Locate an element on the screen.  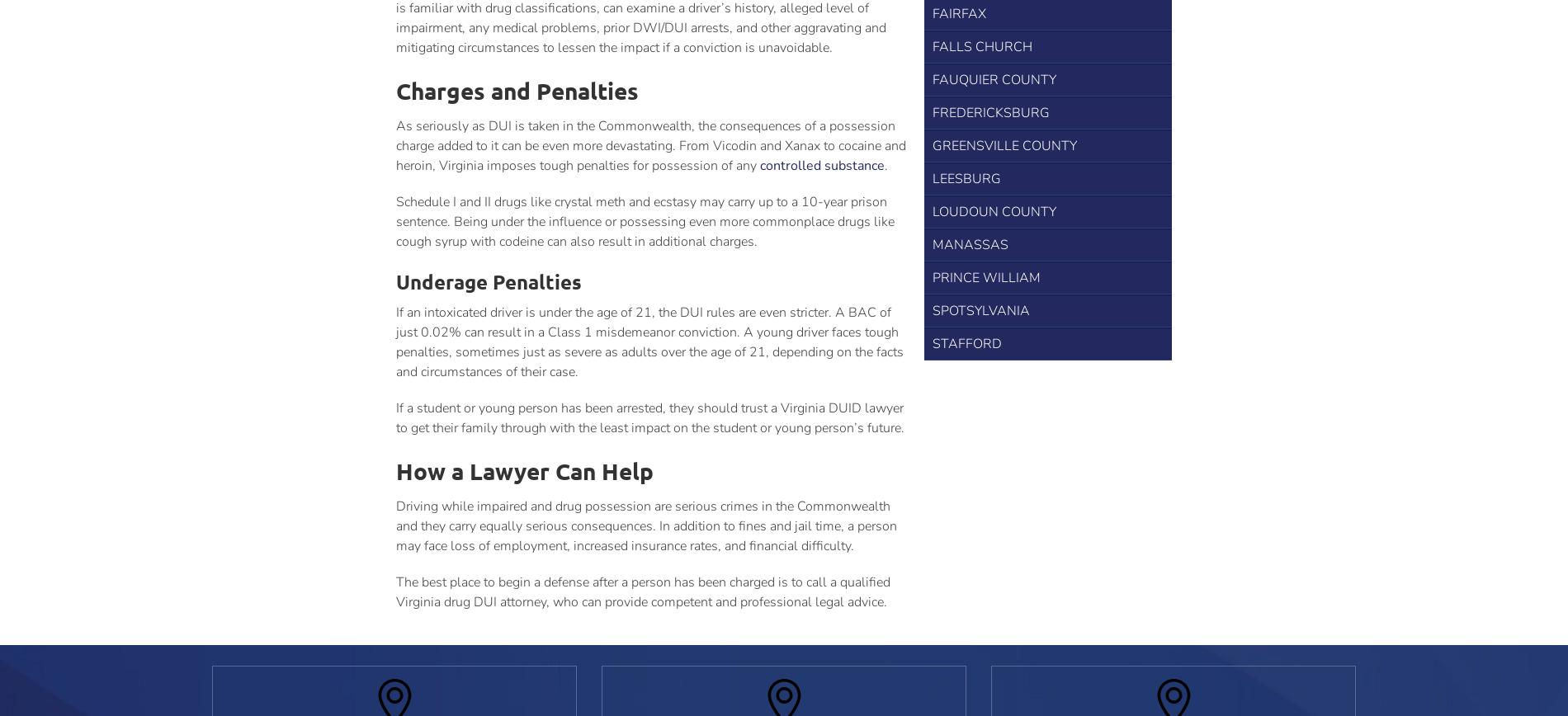
'controlled substance' is located at coordinates (822, 166).